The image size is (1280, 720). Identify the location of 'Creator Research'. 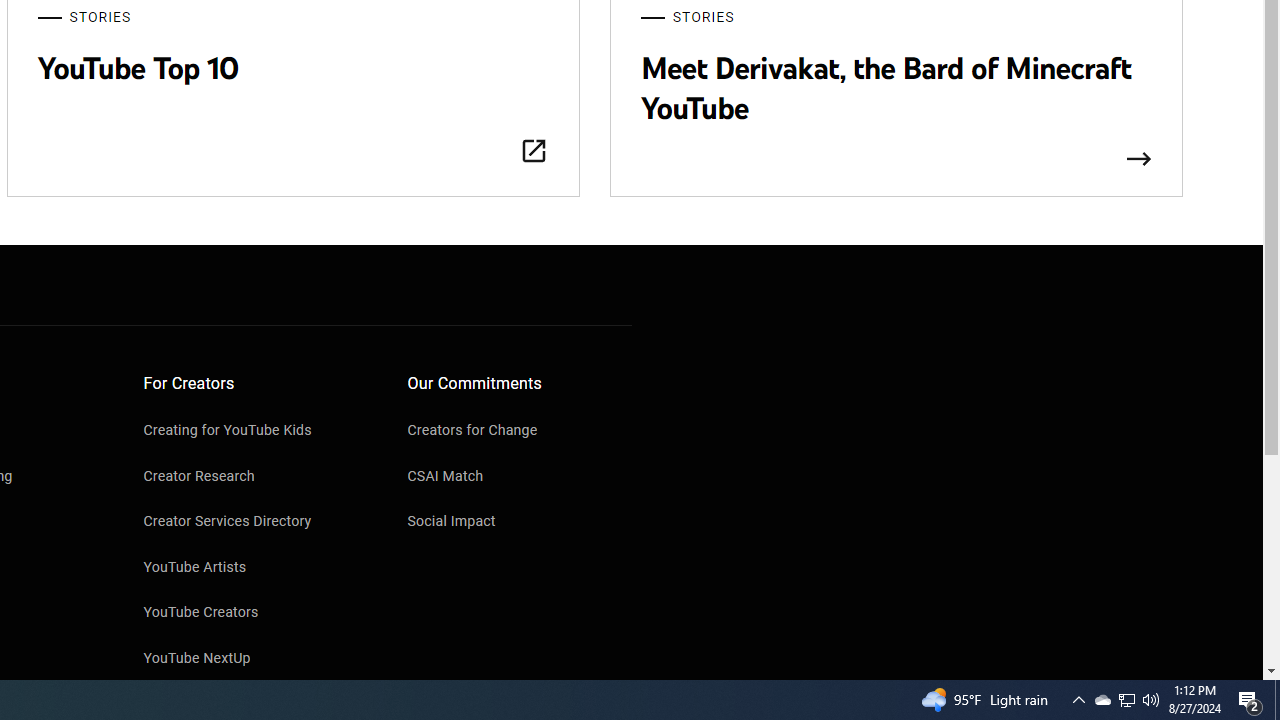
(255, 478).